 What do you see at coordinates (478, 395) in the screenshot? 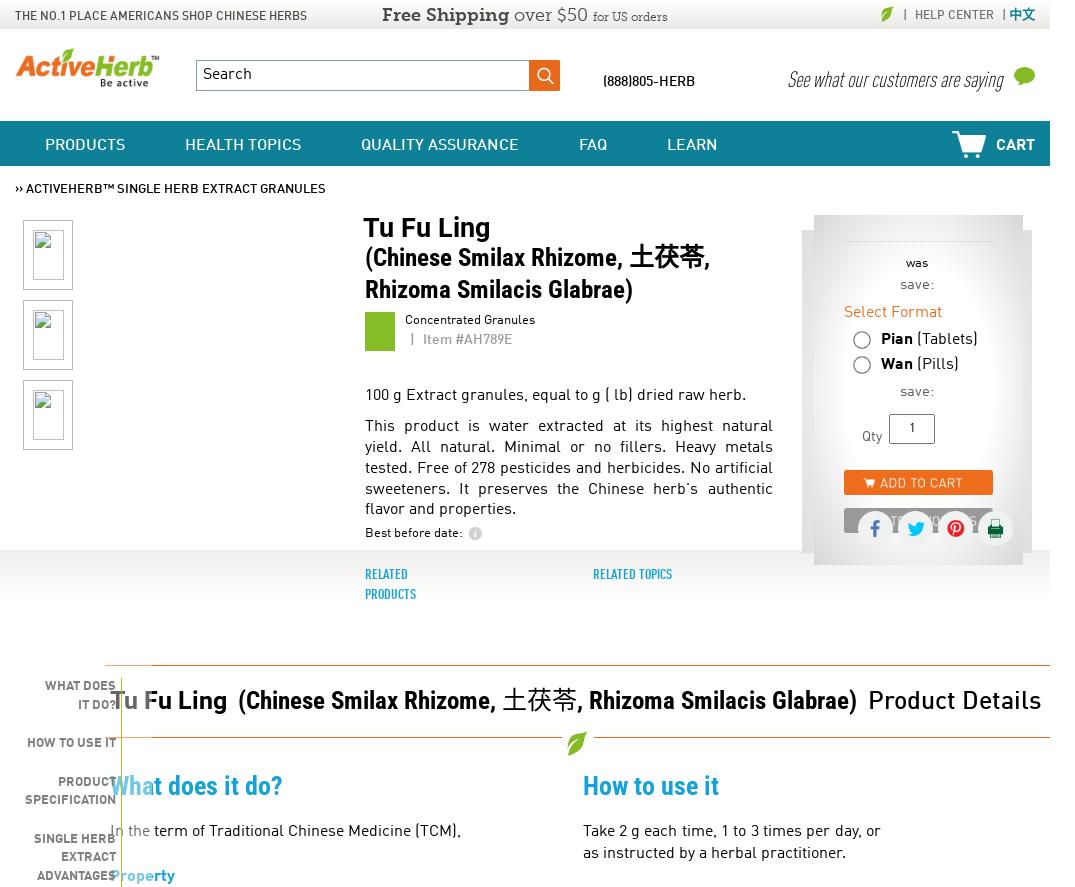
I see `'100 g Extract granules, equal to'` at bounding box center [478, 395].